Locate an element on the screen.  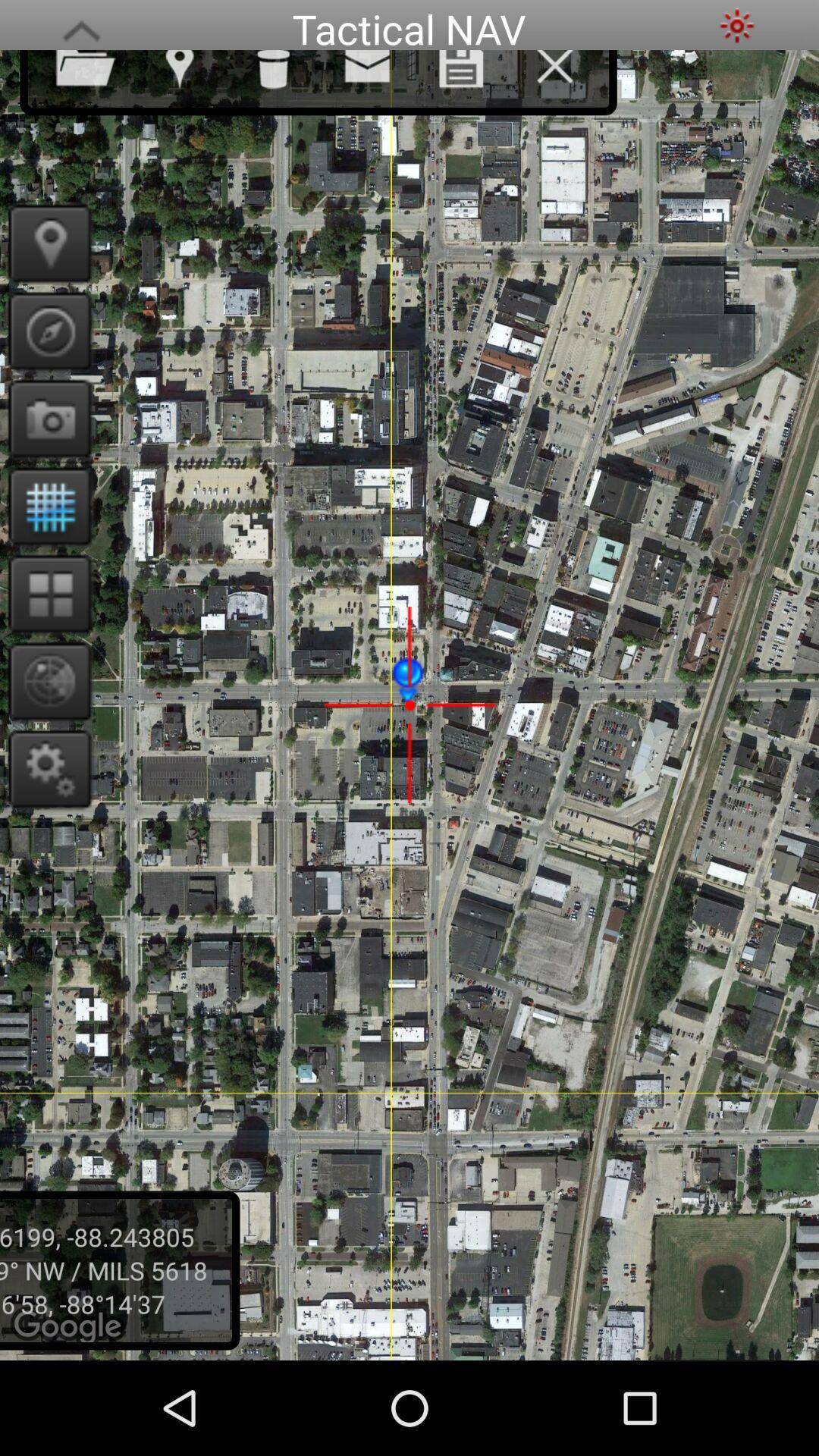
take a photo is located at coordinates (44, 419).